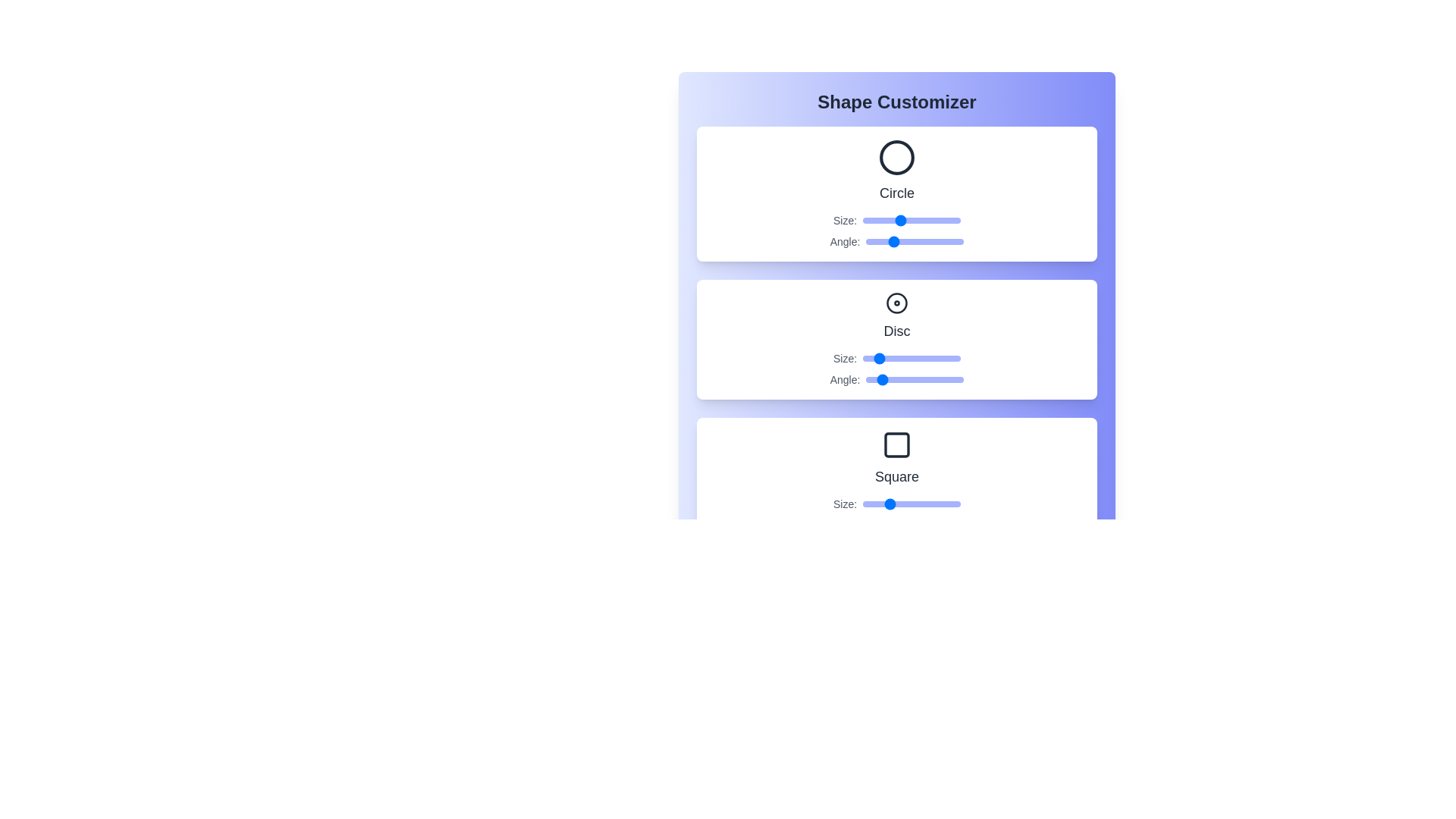 This screenshot has width=1456, height=819. Describe the element at coordinates (946, 525) in the screenshot. I see `the Square's angle slider to 298 degrees` at that location.